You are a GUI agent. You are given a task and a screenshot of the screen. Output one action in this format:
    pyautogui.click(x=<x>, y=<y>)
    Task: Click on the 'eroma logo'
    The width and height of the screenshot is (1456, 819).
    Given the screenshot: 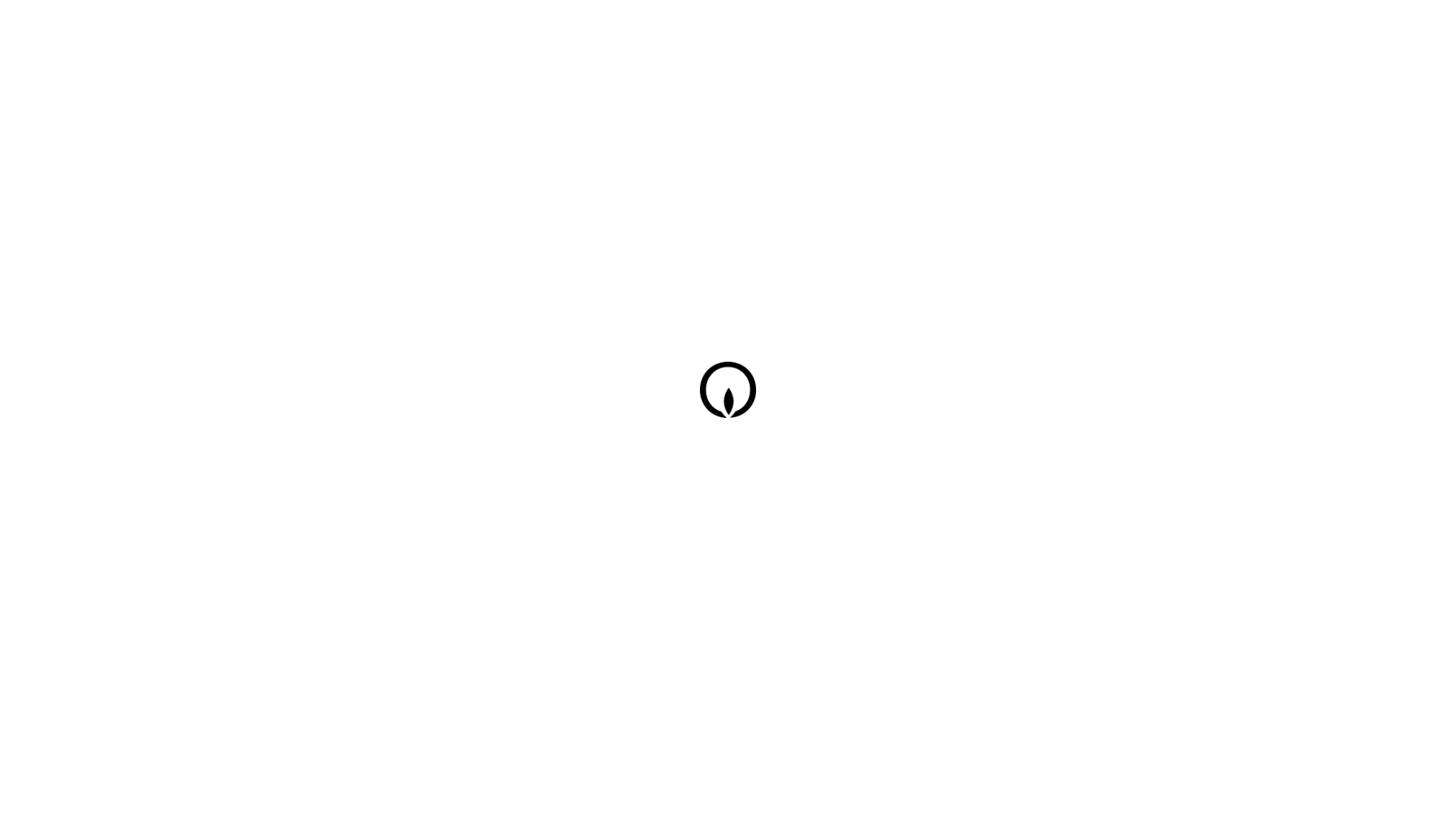 What is the action you would take?
    pyautogui.click(x=731, y=400)
    